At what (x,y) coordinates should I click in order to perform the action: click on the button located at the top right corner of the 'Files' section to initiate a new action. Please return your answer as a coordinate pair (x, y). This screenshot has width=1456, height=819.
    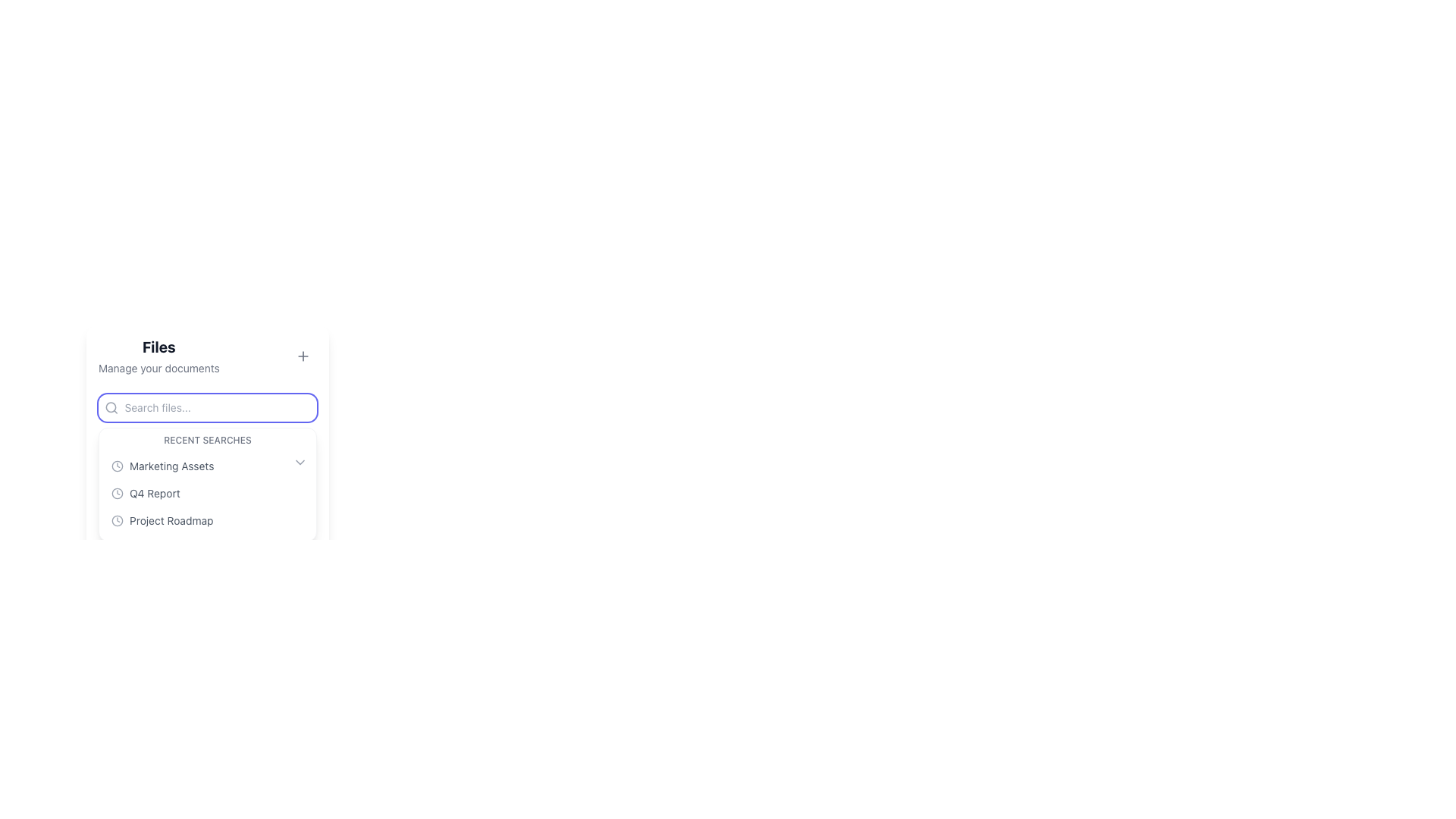
    Looking at the image, I should click on (303, 356).